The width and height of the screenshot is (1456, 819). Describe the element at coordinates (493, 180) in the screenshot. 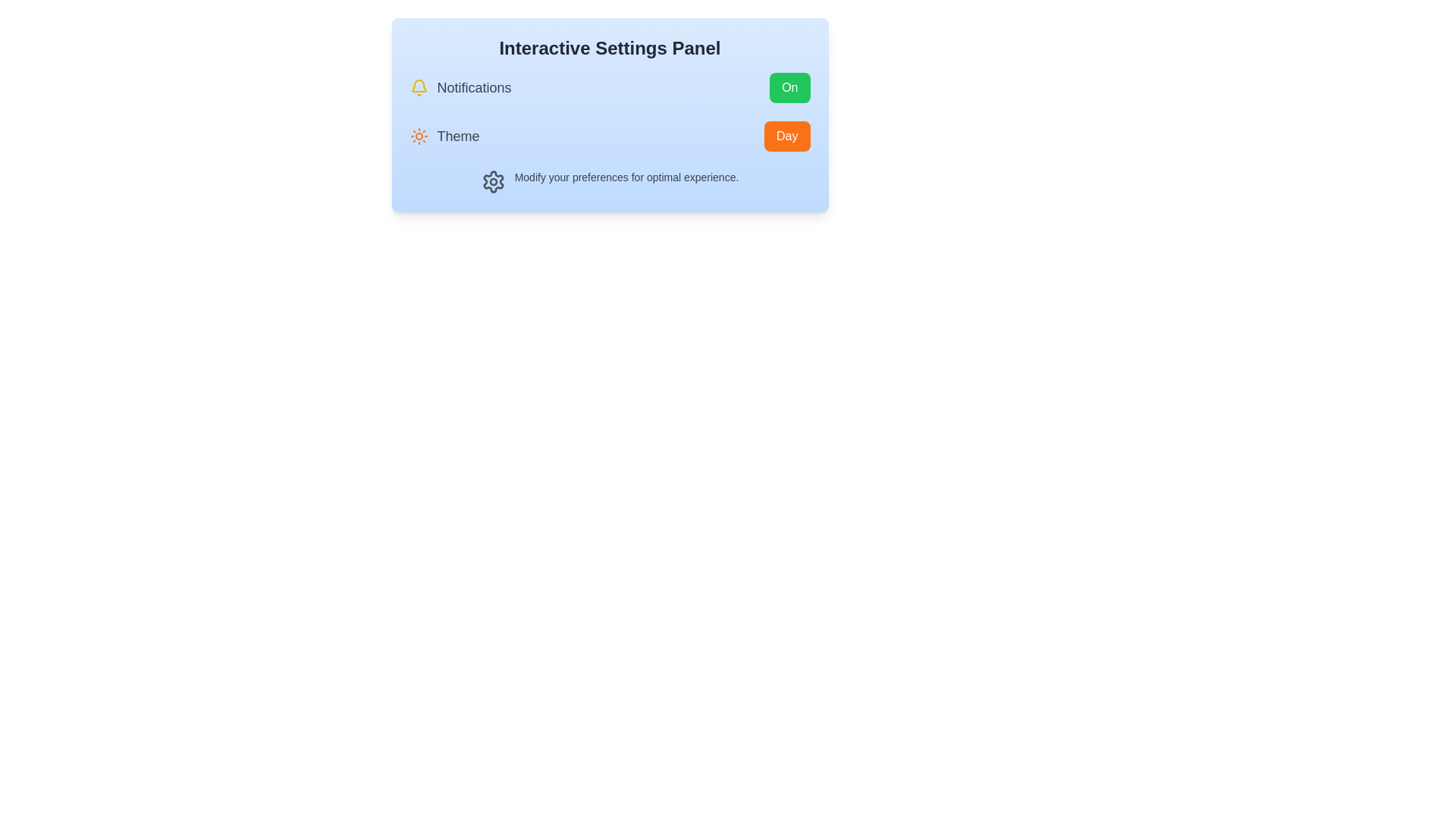

I see `the settings icon located in the bottom-left portion of the settings panel, which is directly to the left of the text 'Modify your preferences for optimal experience'` at that location.